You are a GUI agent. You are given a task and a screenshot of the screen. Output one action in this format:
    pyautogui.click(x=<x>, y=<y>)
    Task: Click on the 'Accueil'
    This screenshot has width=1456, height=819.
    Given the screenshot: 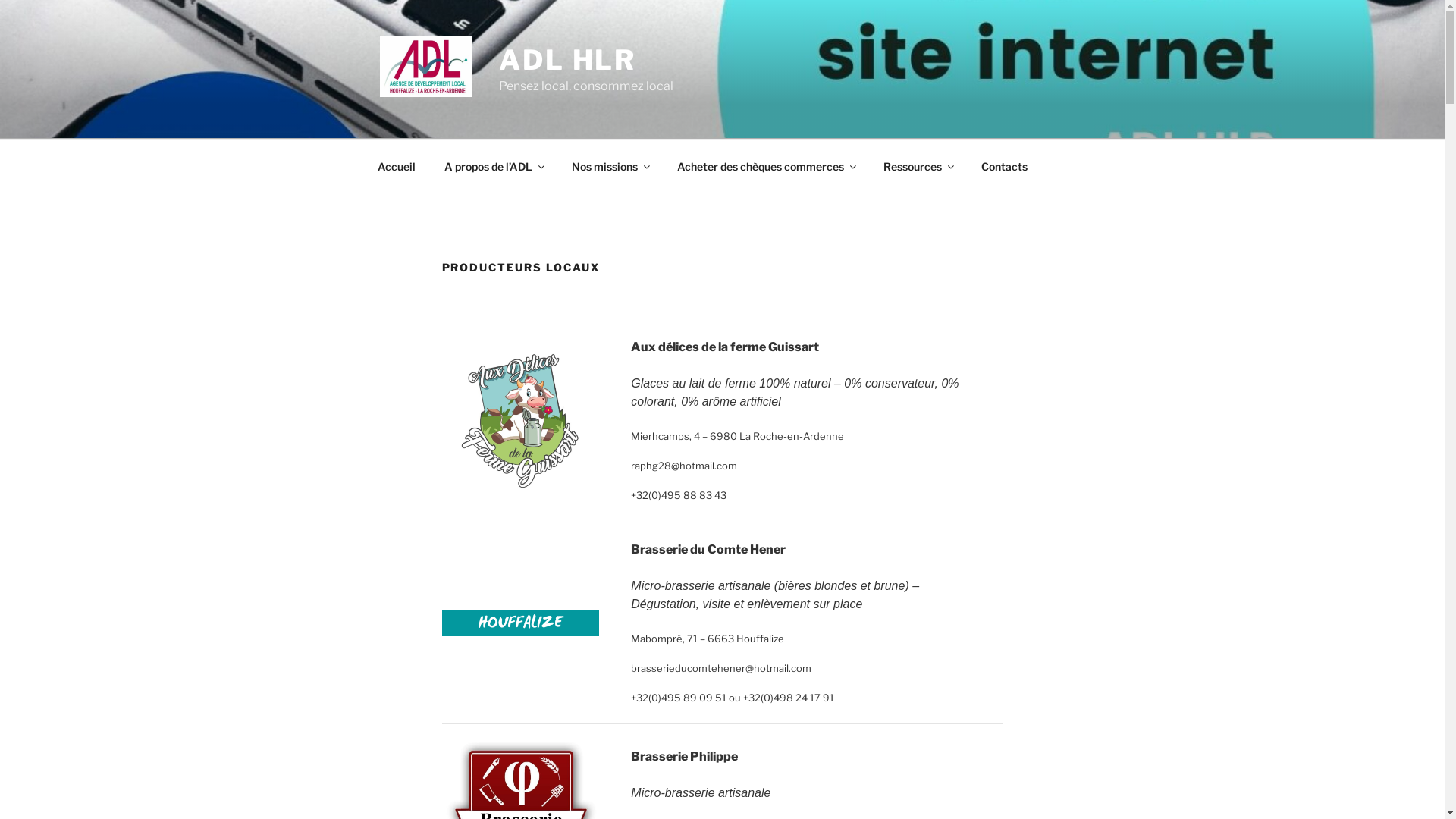 What is the action you would take?
    pyautogui.click(x=396, y=165)
    